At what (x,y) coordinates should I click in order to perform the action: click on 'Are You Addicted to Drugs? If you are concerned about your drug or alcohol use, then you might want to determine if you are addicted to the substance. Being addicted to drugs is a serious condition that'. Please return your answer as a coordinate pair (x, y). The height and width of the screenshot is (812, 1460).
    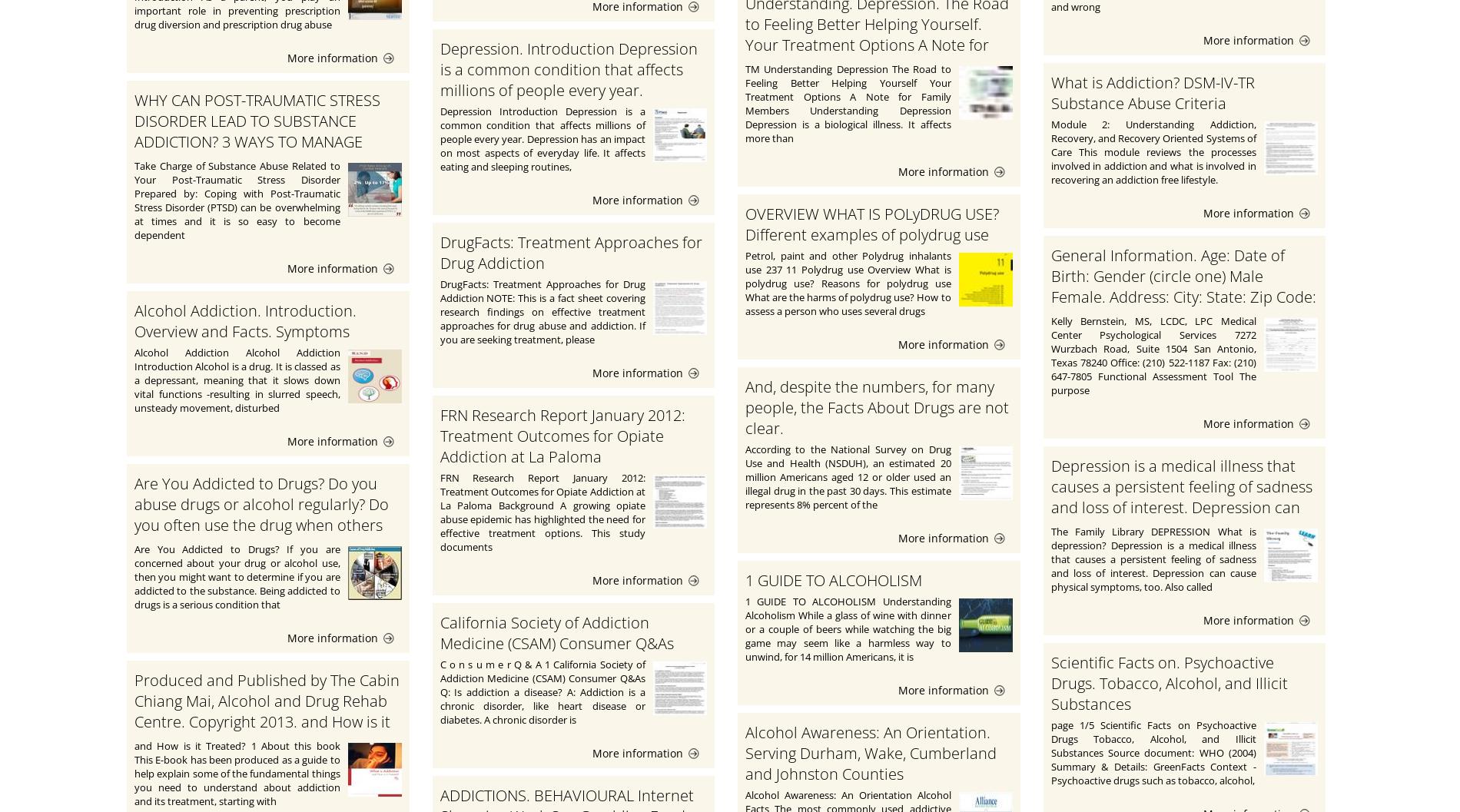
    Looking at the image, I should click on (236, 575).